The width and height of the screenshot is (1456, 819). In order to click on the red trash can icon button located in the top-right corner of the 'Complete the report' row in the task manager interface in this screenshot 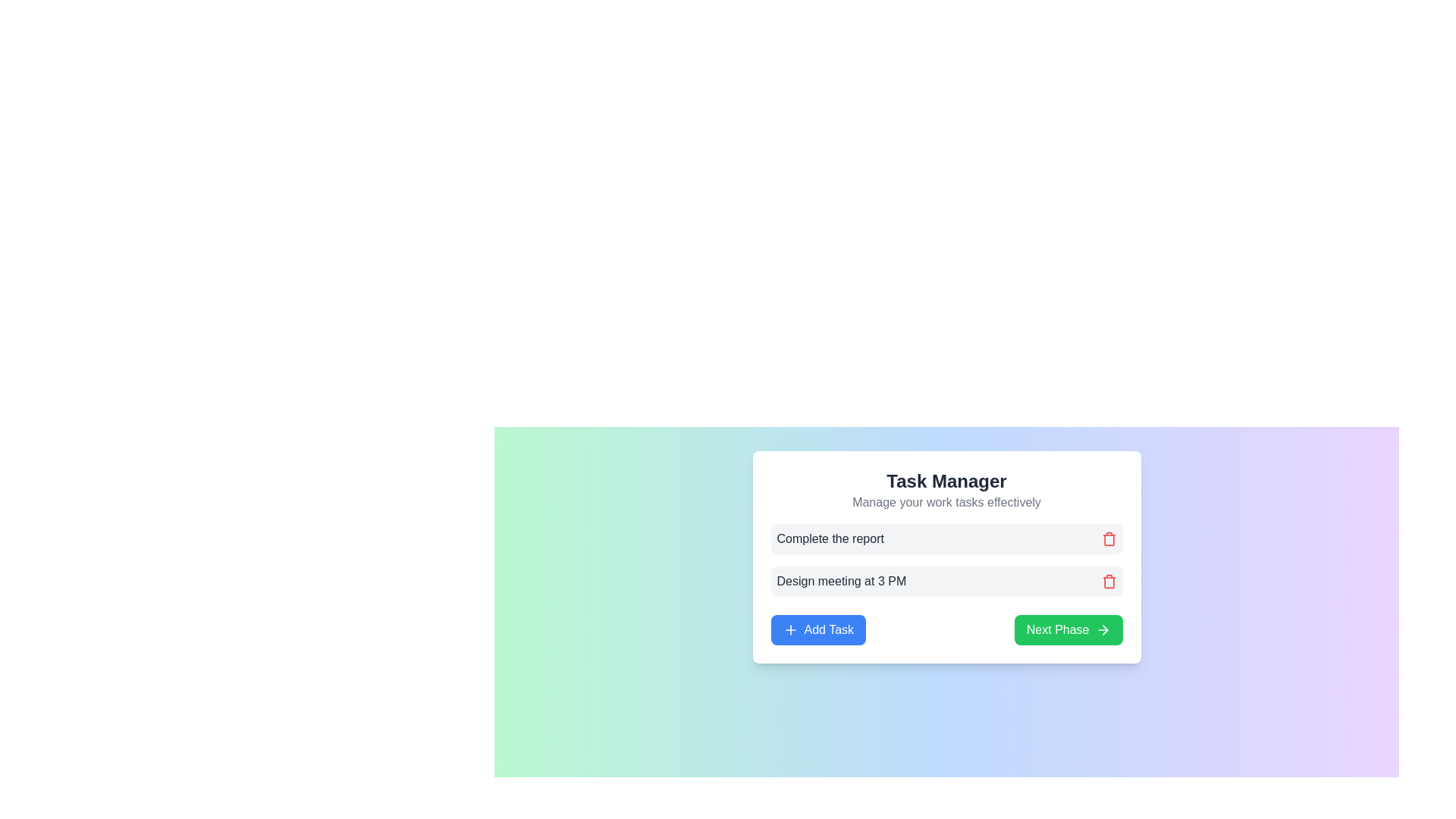, I will do `click(1109, 538)`.